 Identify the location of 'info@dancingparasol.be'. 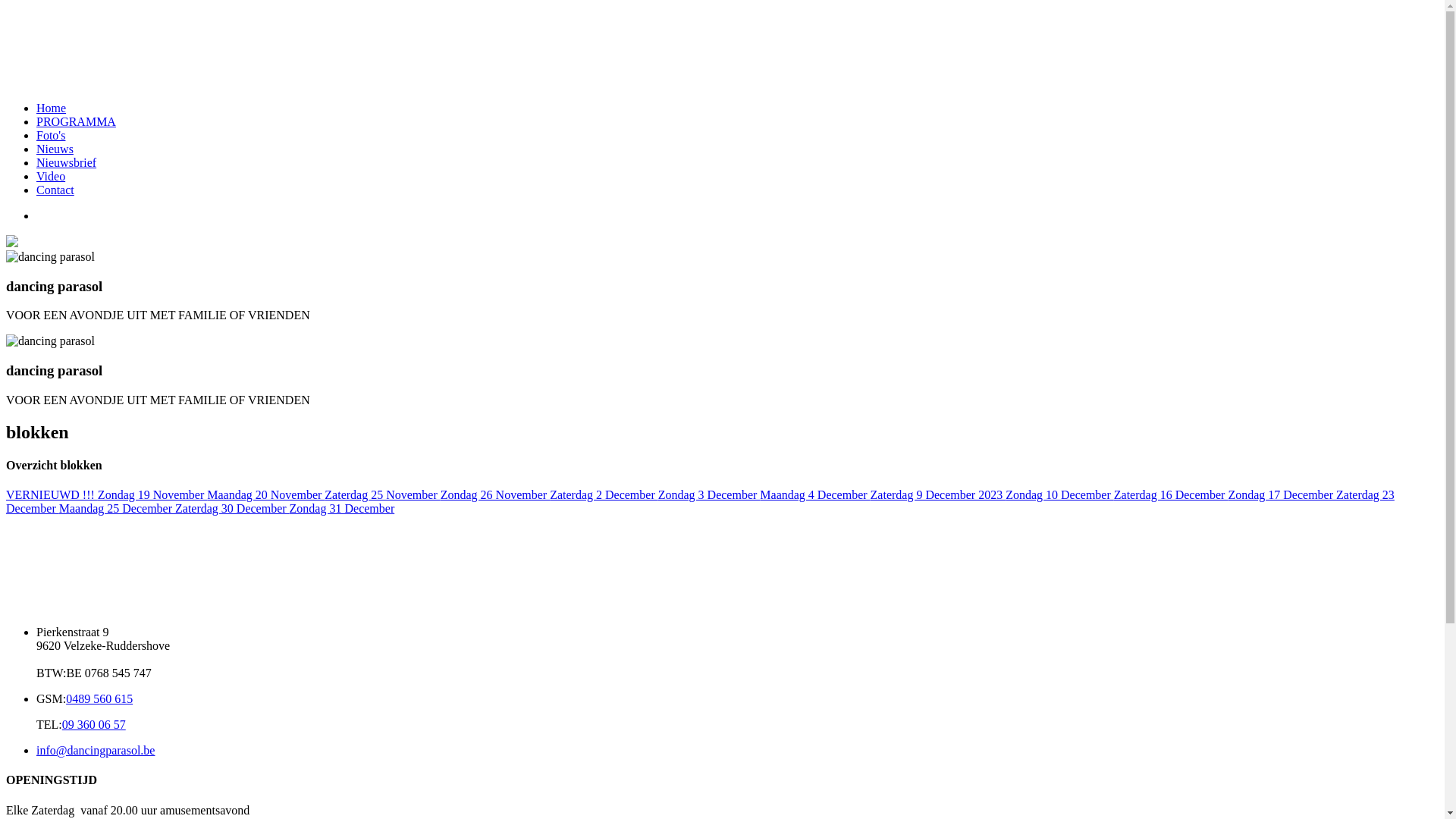
(94, 749).